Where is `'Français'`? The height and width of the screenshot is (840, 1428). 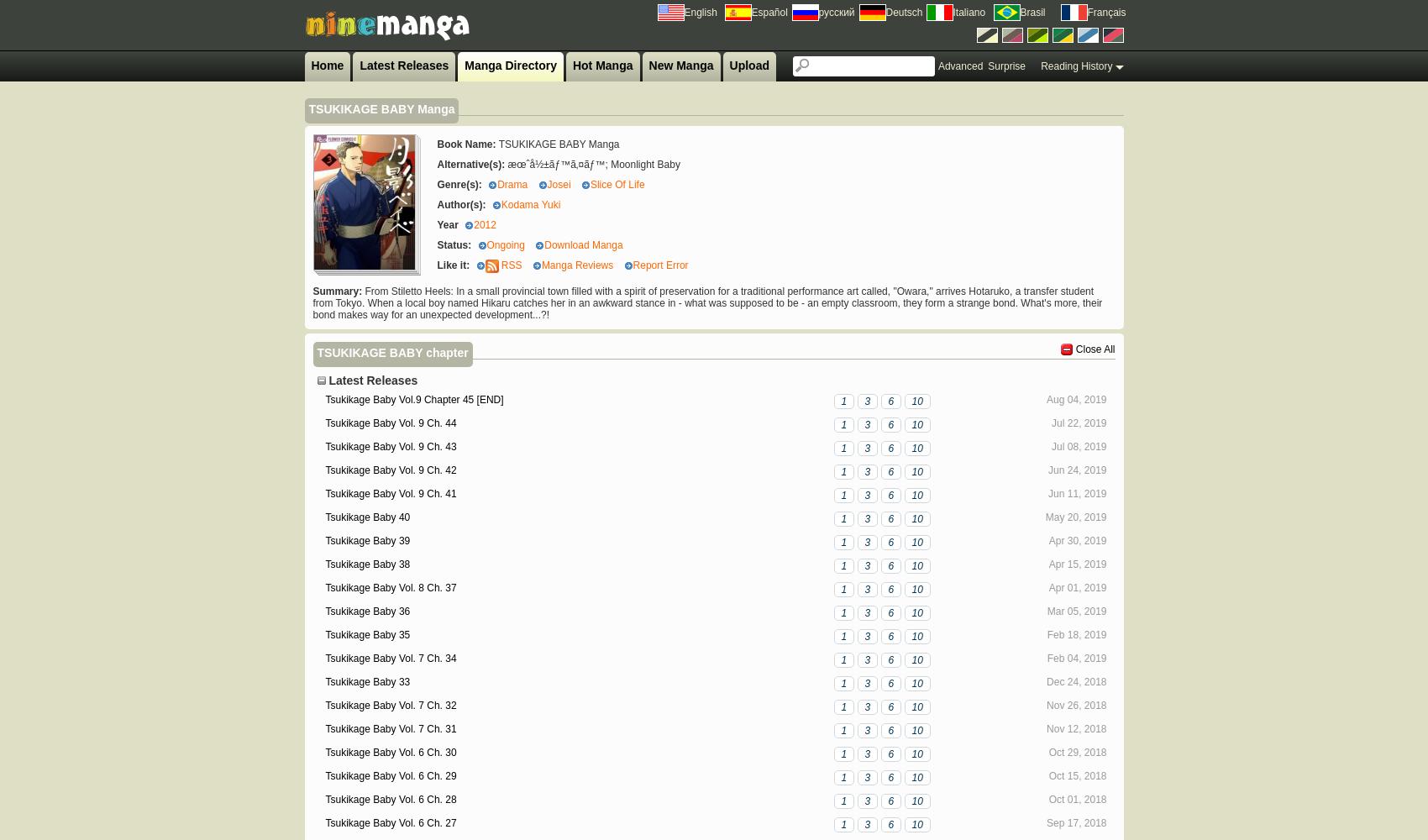 'Français' is located at coordinates (1105, 13).